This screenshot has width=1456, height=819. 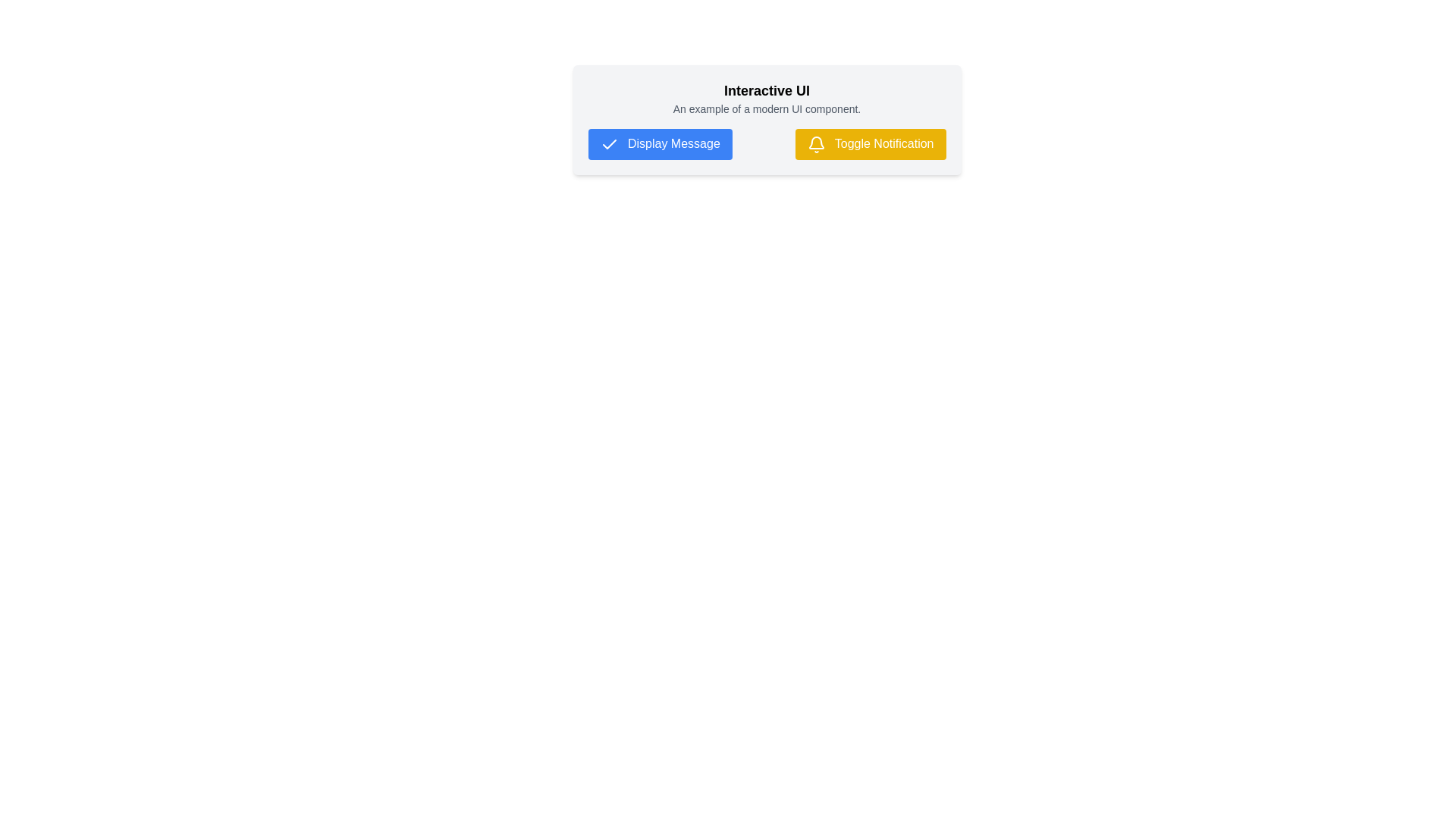 I want to click on the first button in the horizontal group, so click(x=660, y=144).